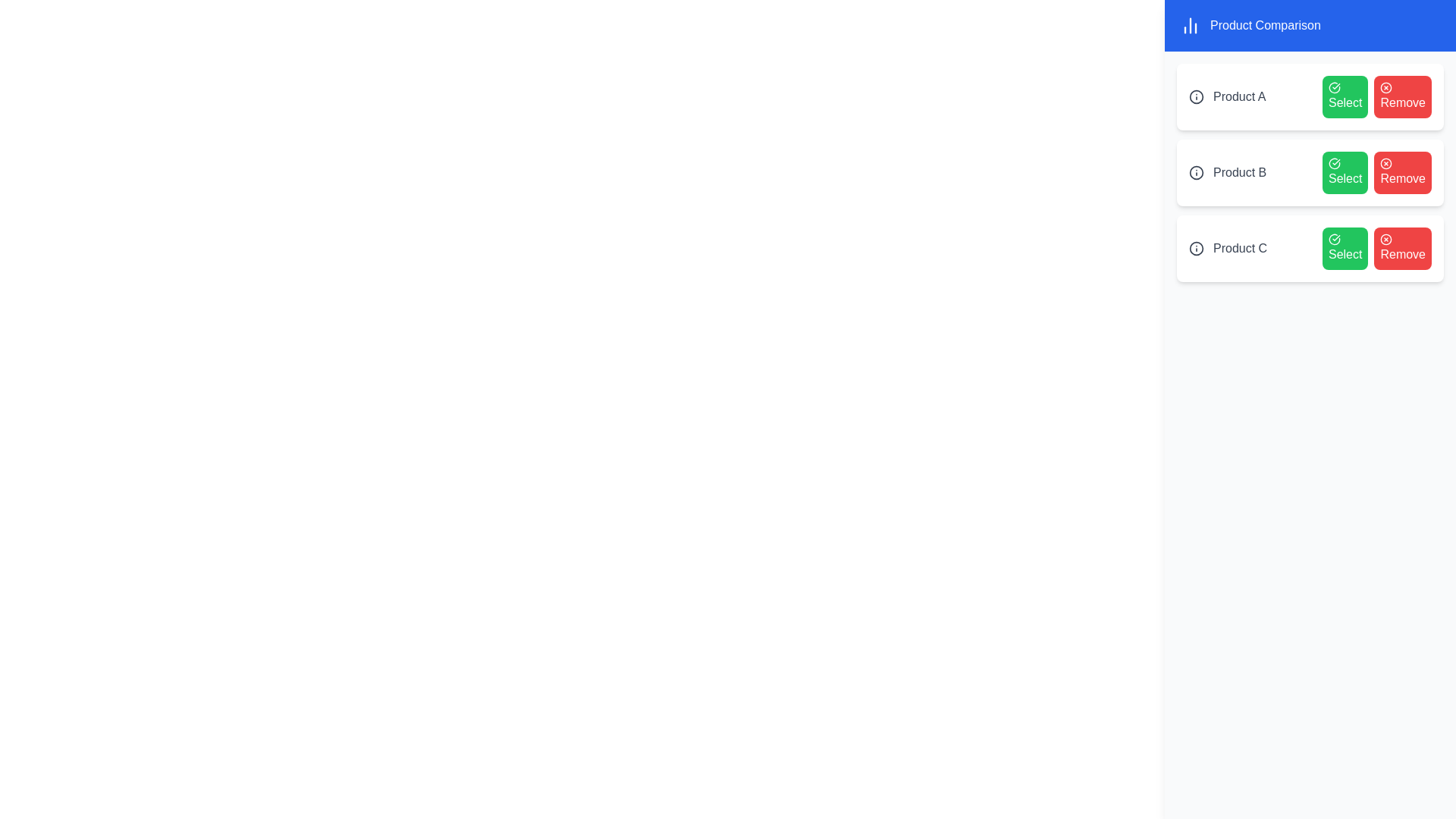 The width and height of the screenshot is (1456, 819). What do you see at coordinates (1345, 96) in the screenshot?
I see `the 'Select' button for Product A` at bounding box center [1345, 96].